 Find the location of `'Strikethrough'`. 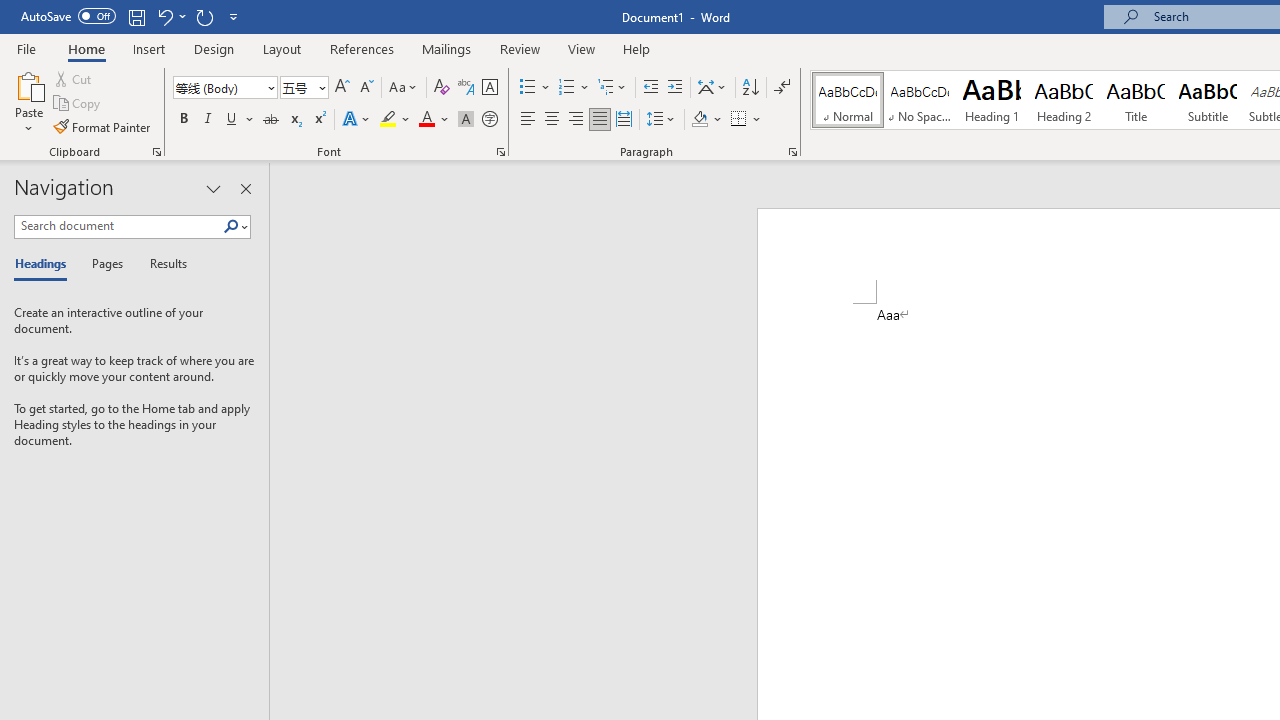

'Strikethrough' is located at coordinates (269, 119).